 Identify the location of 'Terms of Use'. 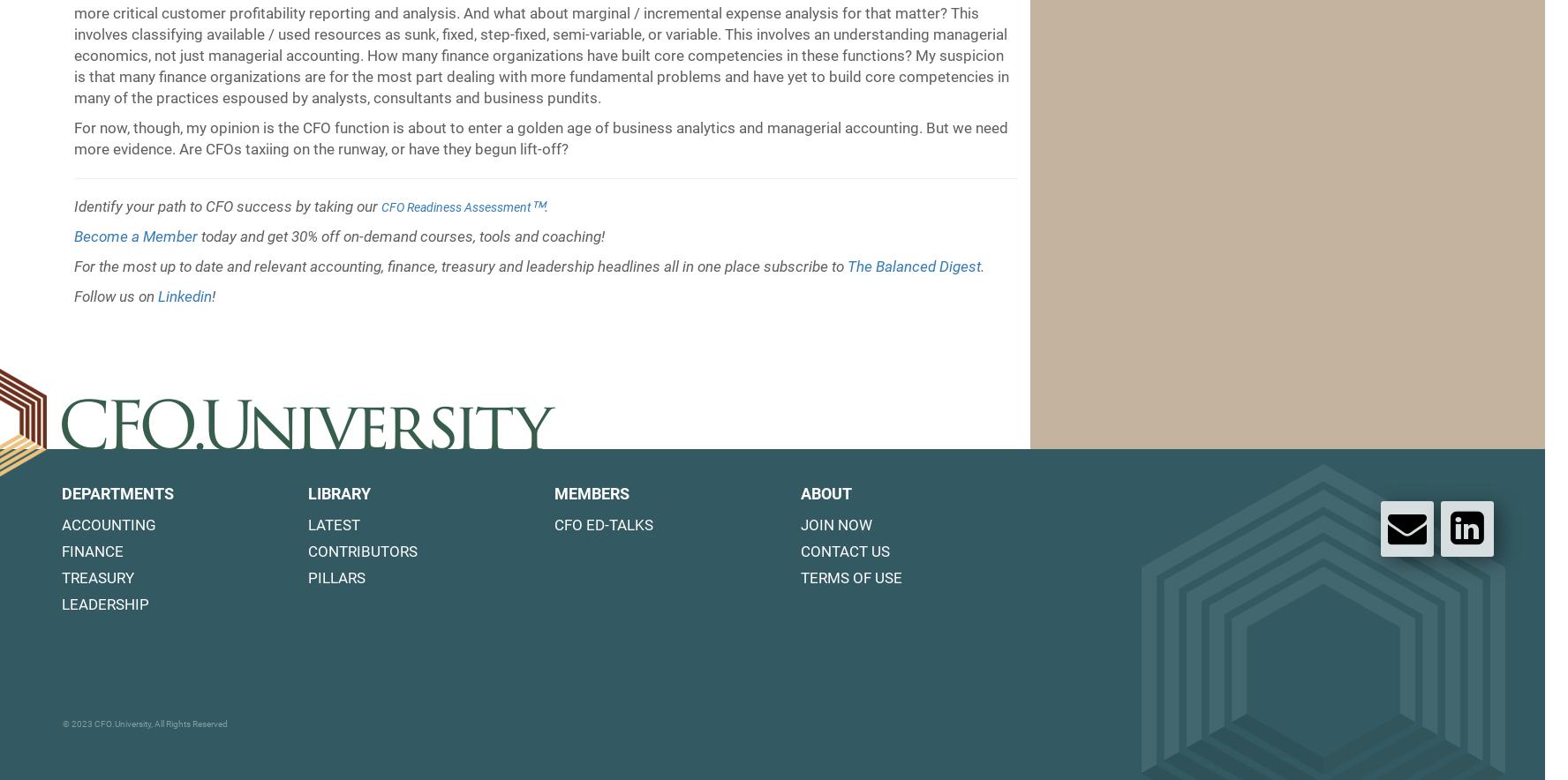
(851, 575).